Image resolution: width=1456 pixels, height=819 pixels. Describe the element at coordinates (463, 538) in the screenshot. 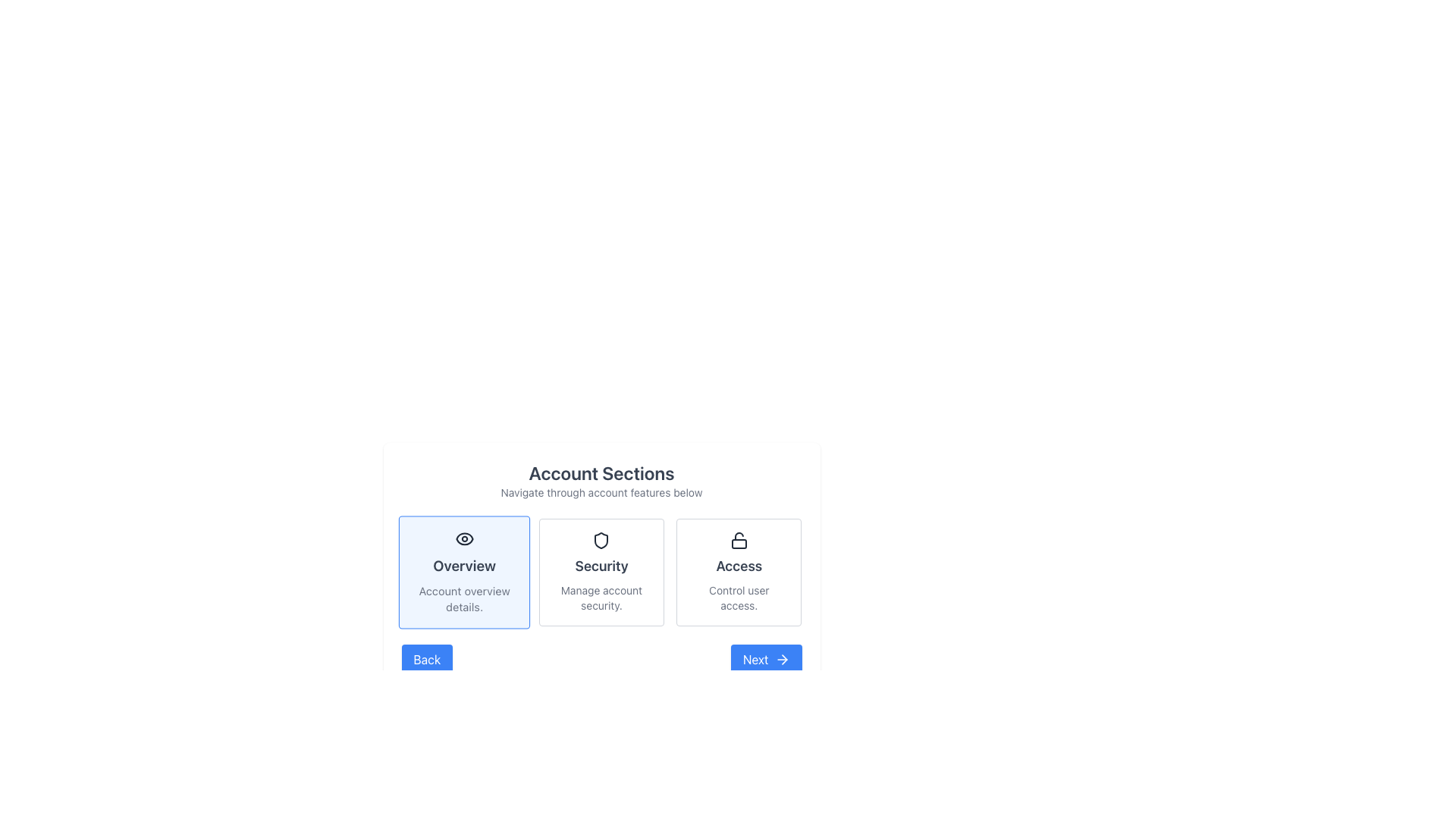

I see `the icon located at the top center of the Overview section, which serves as a decorative representation emphasizing visibility or examination` at that location.